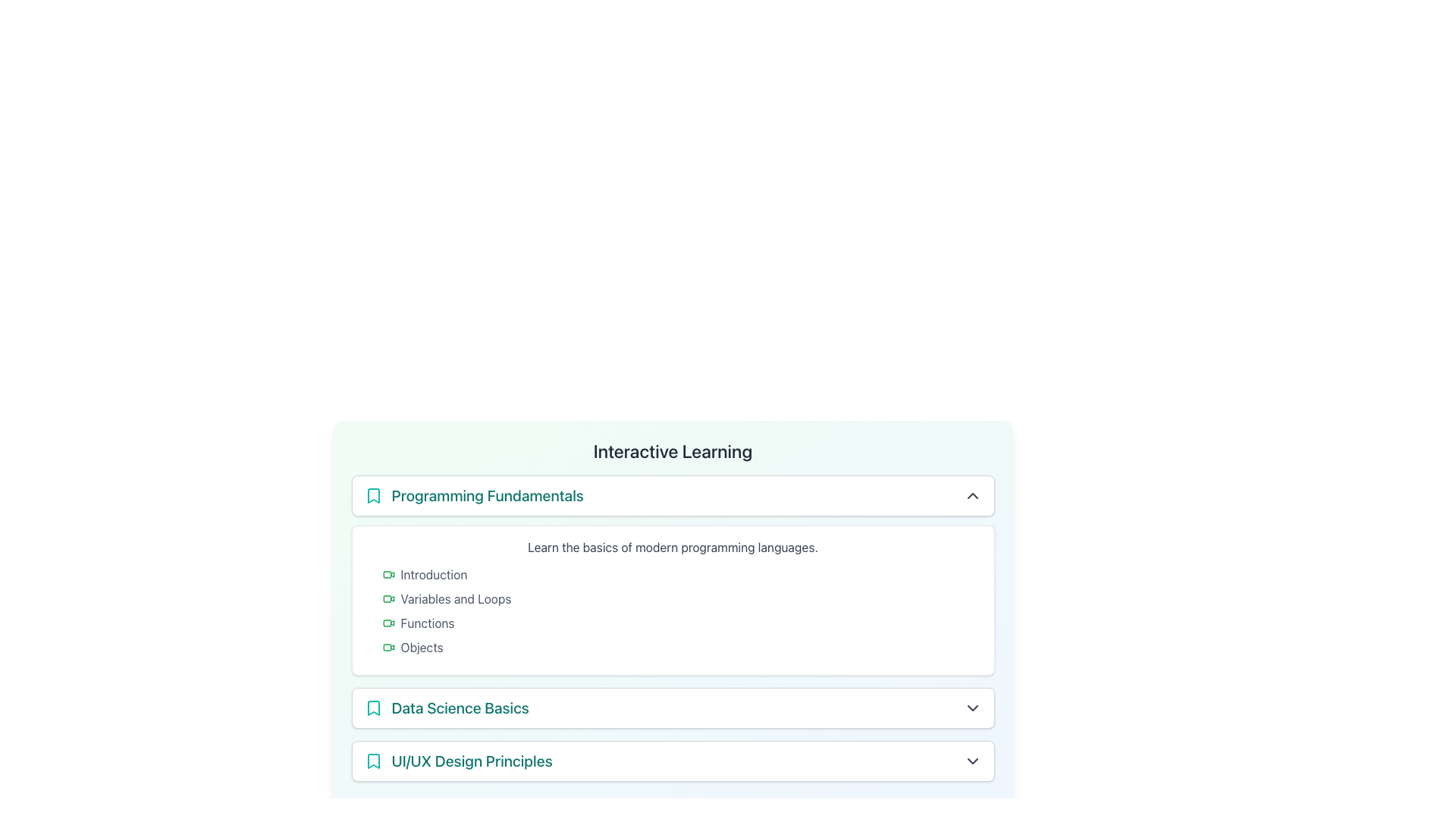 This screenshot has height=819, width=1456. What do you see at coordinates (427, 623) in the screenshot?
I see `the 'Functions' text label located under the 'Programming Fundamentals' section` at bounding box center [427, 623].